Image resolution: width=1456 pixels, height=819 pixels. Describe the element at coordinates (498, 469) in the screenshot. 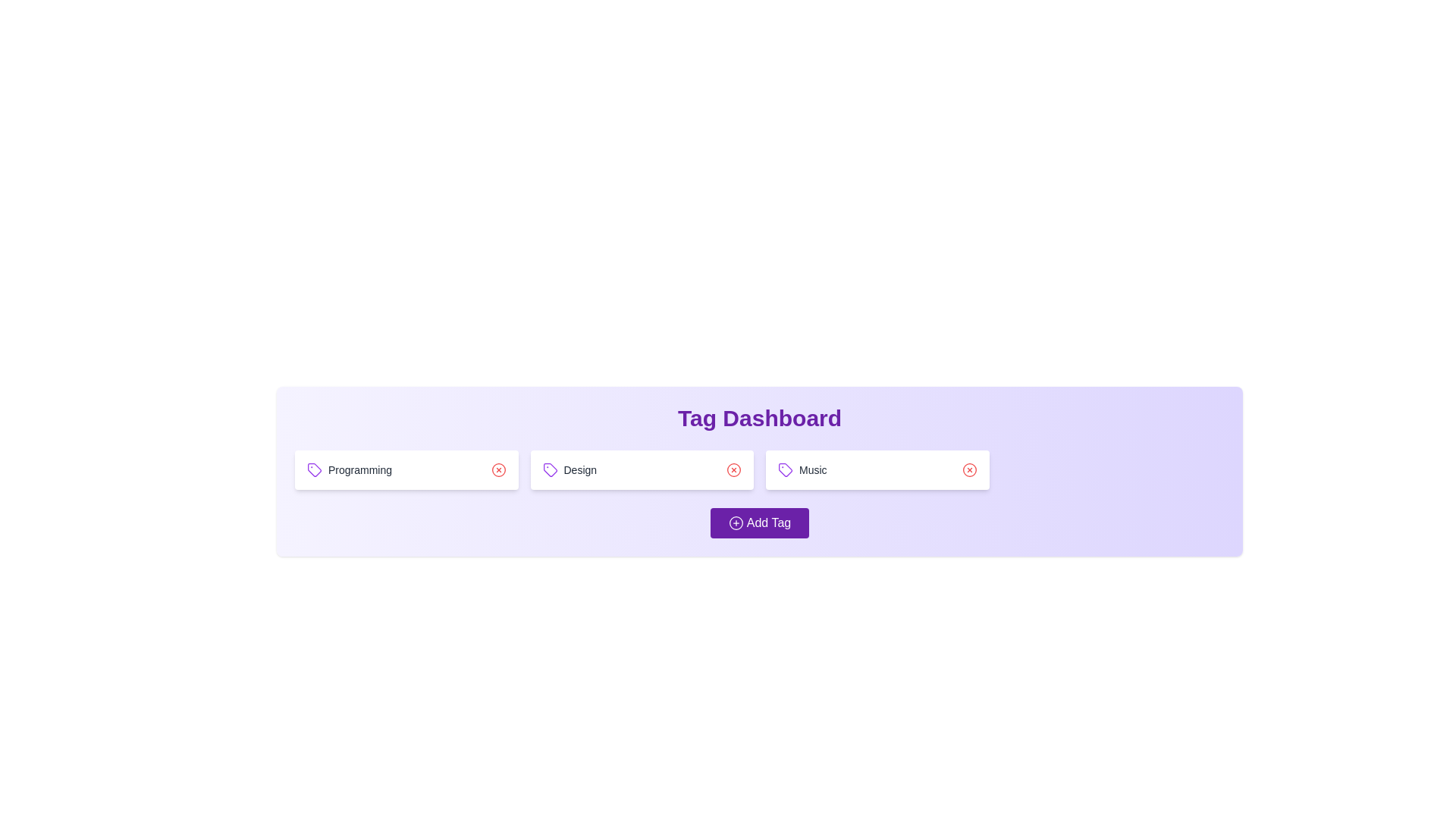

I see `the red circular button with a cross symbol inside, located to the right of the 'Programming' text in the first card labeled 'Programming'` at that location.